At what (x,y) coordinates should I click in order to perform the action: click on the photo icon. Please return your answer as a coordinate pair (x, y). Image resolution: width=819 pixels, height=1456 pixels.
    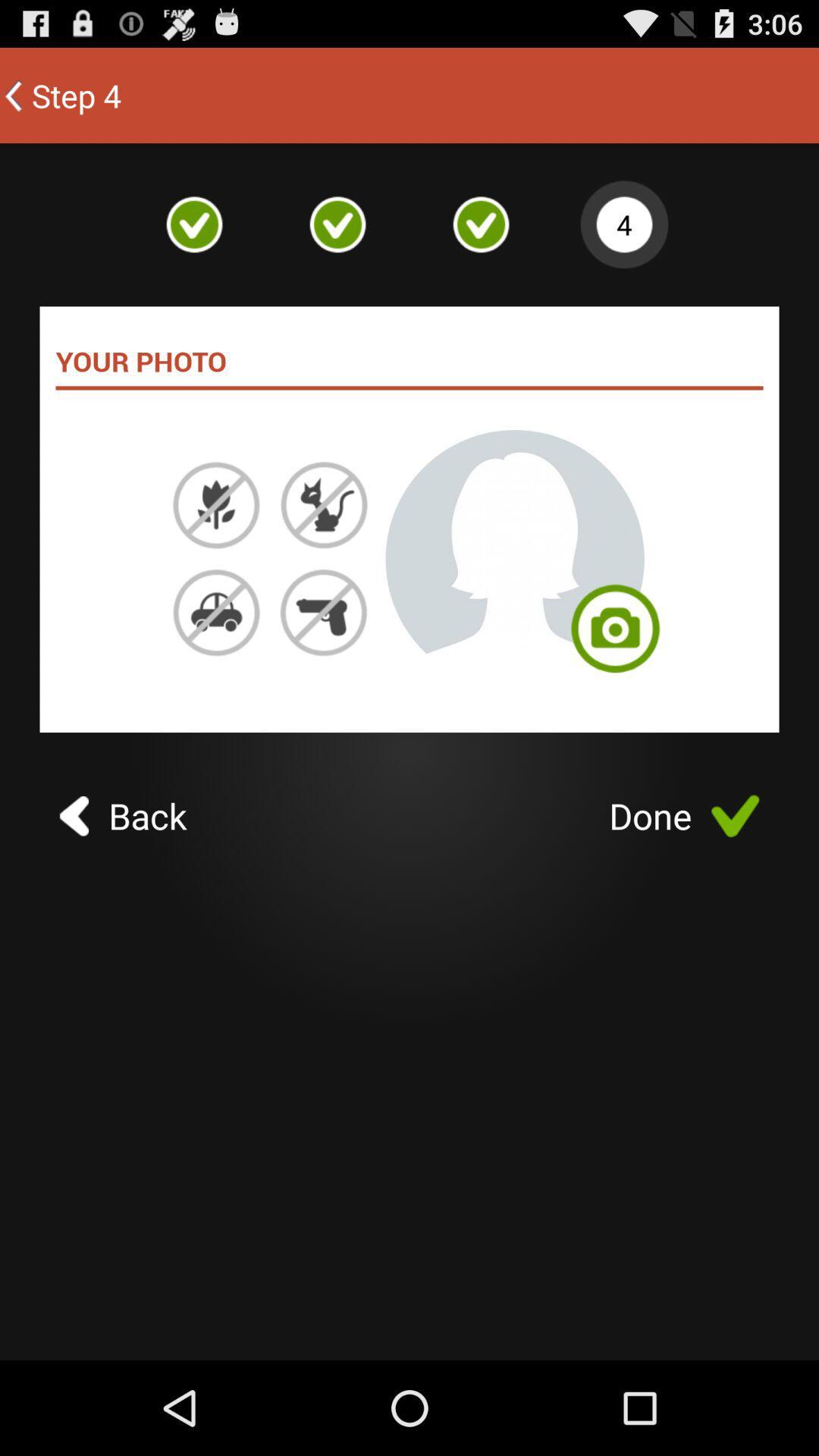
    Looking at the image, I should click on (615, 680).